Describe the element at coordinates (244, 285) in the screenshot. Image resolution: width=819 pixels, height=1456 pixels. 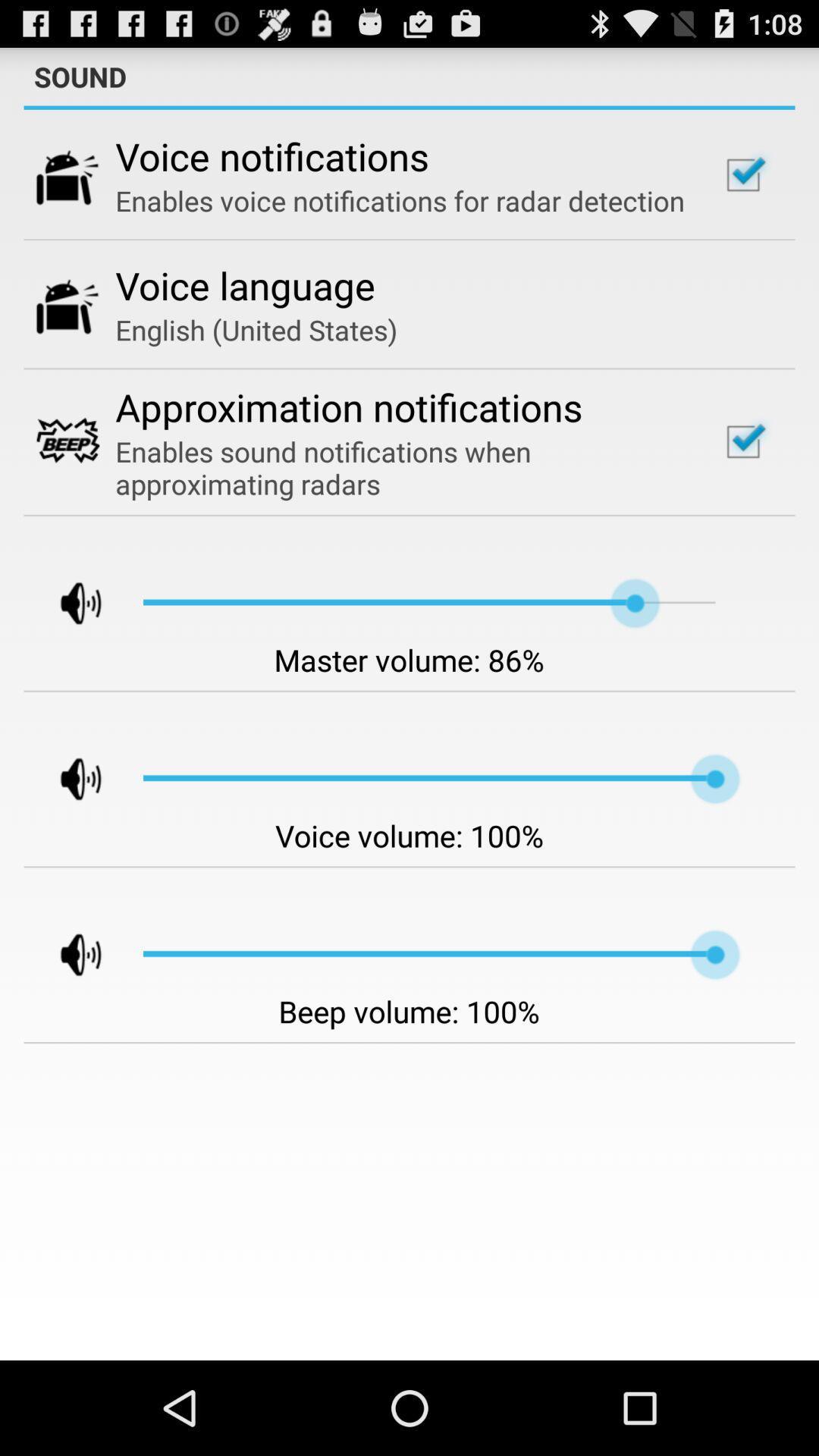
I see `icon above the english (united states) item` at that location.